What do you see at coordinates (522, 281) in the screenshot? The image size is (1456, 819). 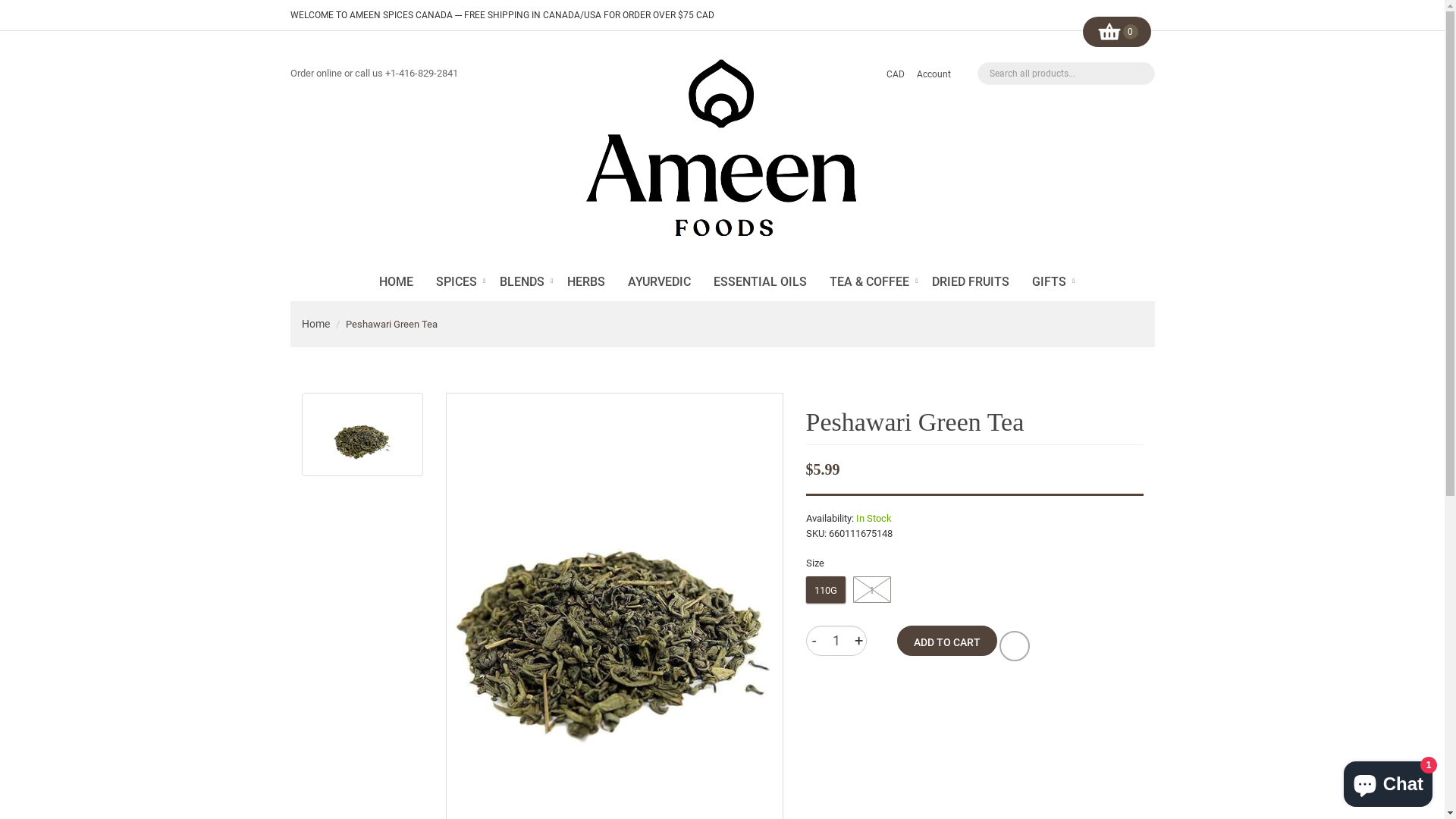 I see `'BLENDS'` at bounding box center [522, 281].